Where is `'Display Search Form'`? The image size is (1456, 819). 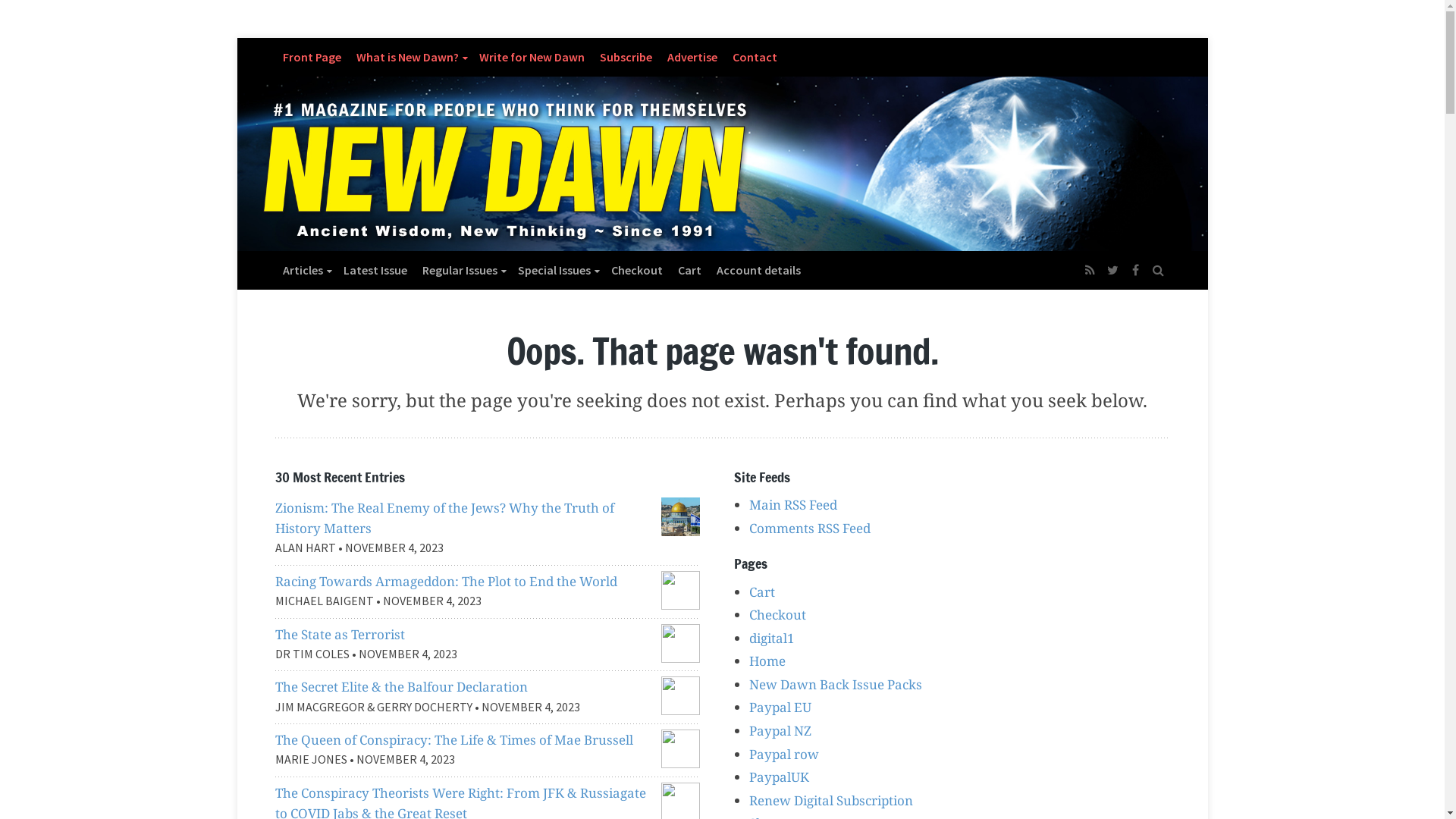
'Display Search Form' is located at coordinates (1156, 262).